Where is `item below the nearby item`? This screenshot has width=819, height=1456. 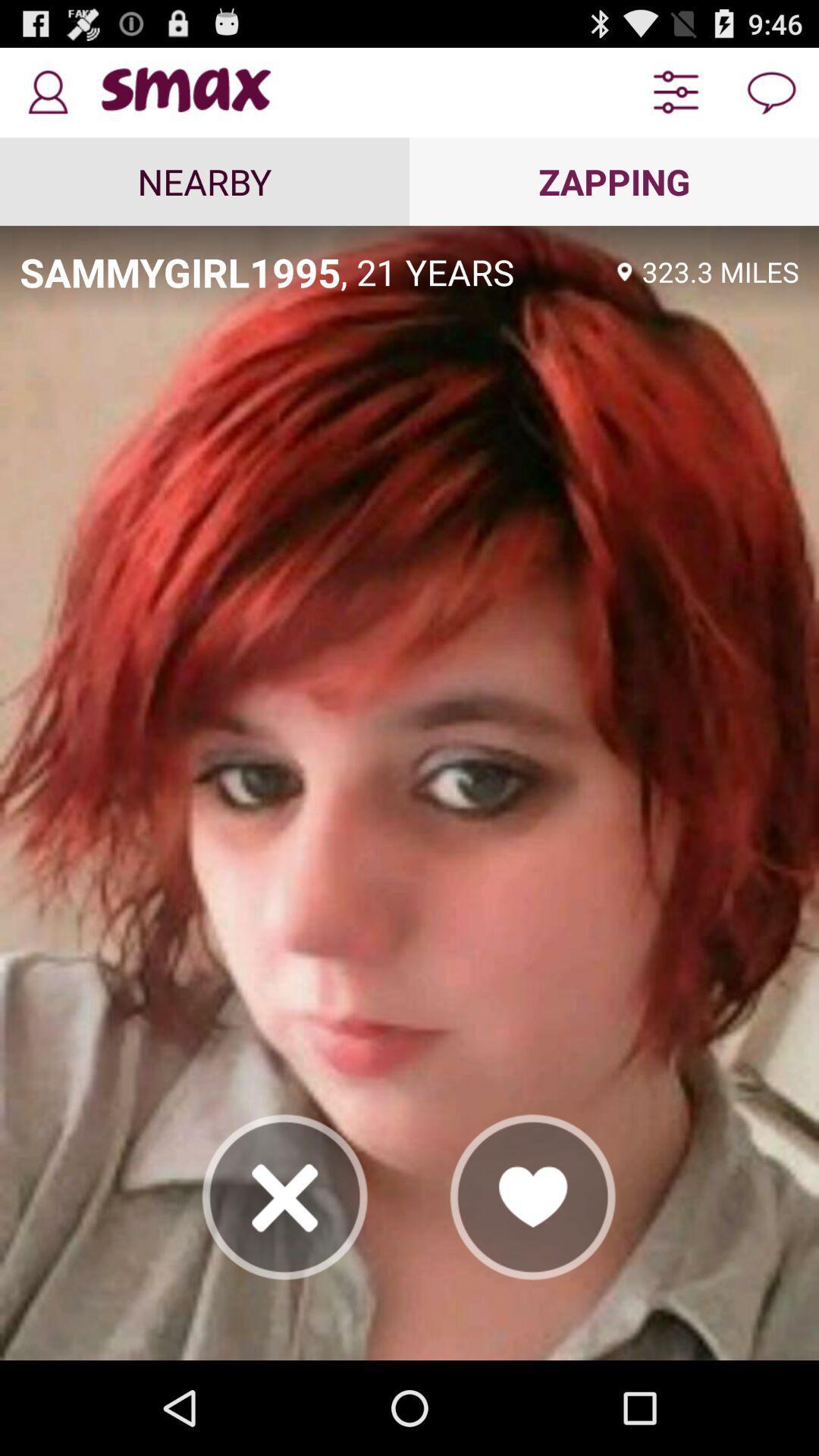
item below the nearby item is located at coordinates (179, 271).